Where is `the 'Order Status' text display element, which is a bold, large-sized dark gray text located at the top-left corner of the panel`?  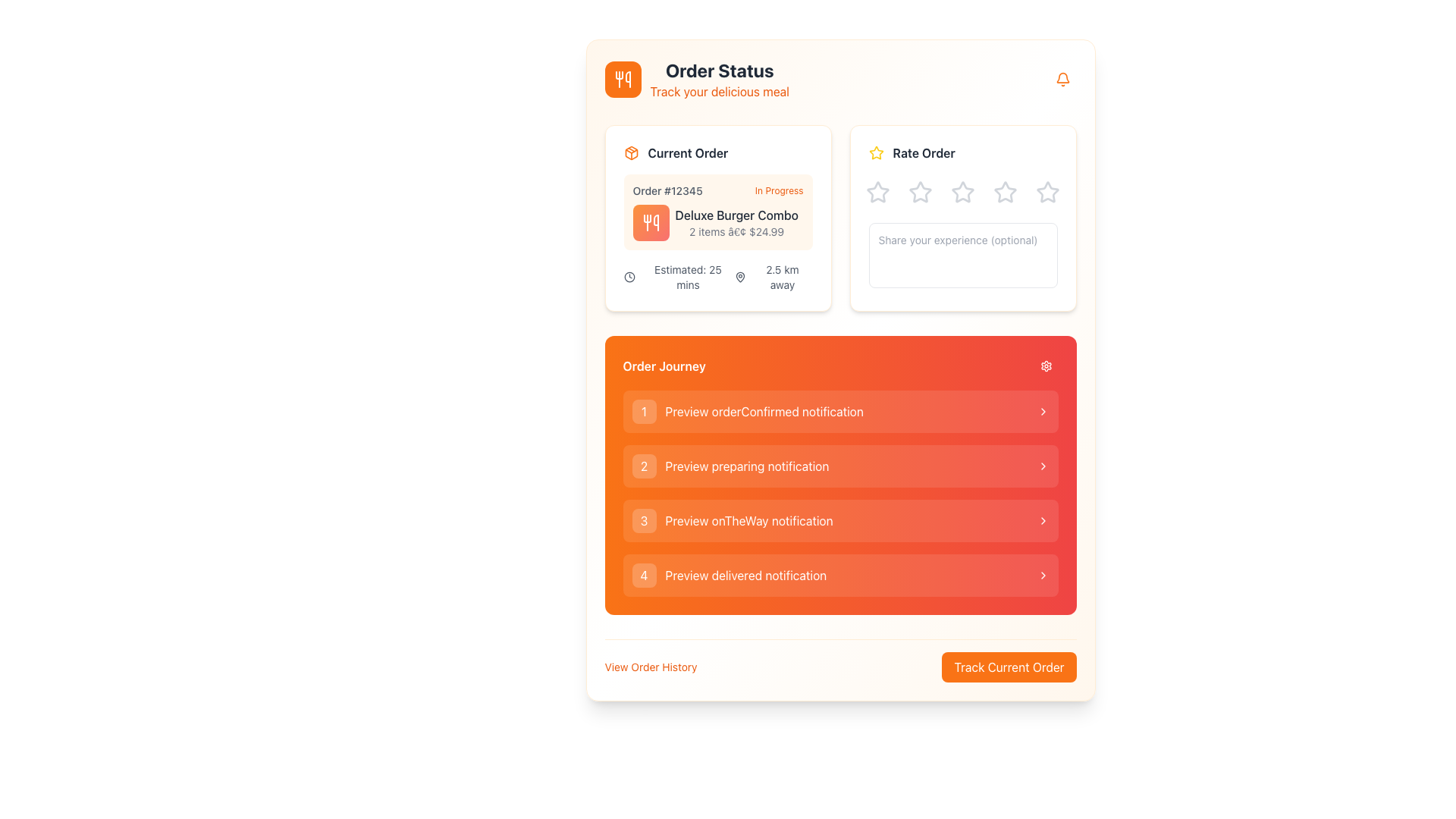
the 'Order Status' text display element, which is a bold, large-sized dark gray text located at the top-left corner of the panel is located at coordinates (719, 70).